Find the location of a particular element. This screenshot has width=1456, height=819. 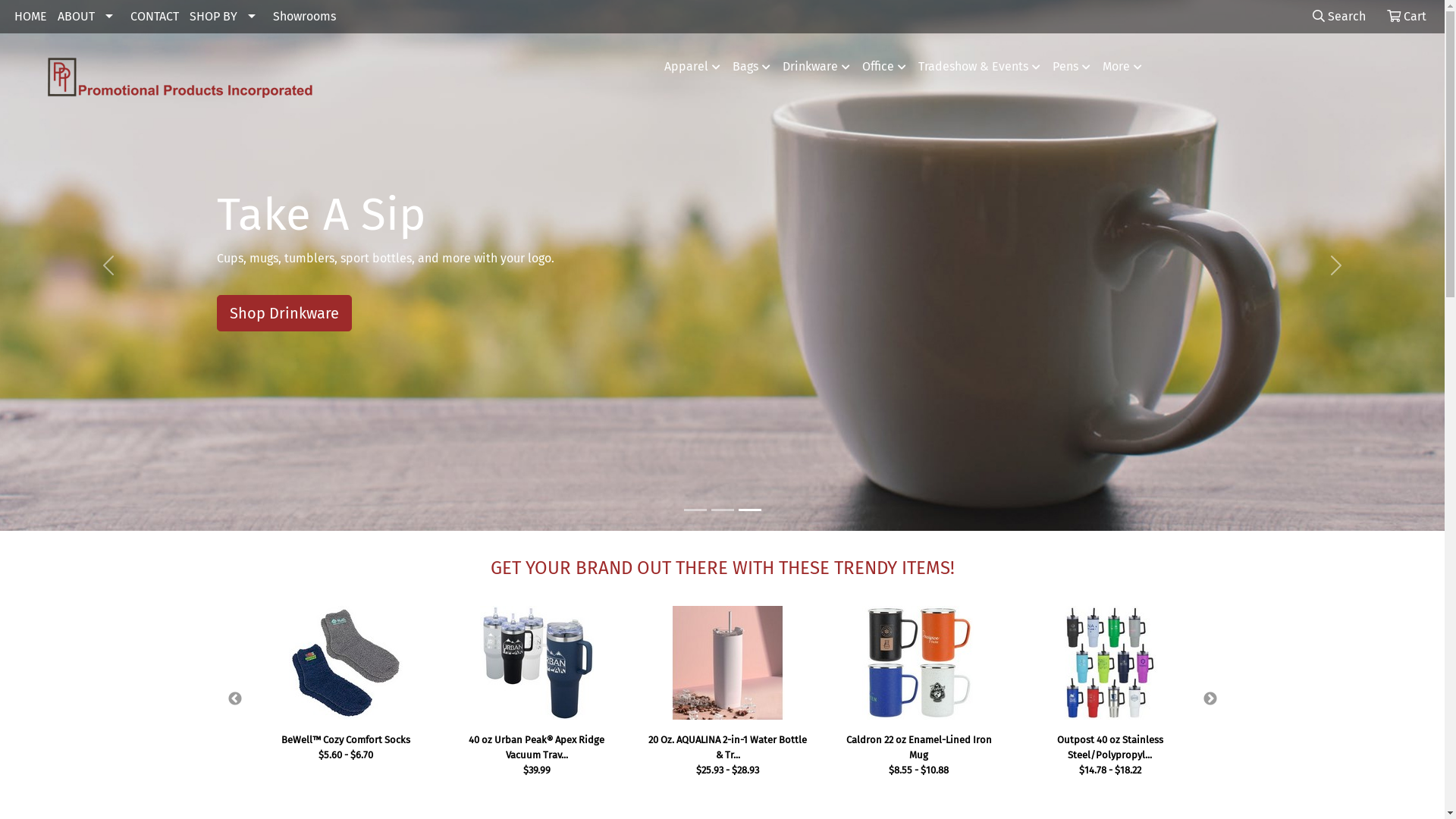

'Previous' is located at coordinates (108, 265).